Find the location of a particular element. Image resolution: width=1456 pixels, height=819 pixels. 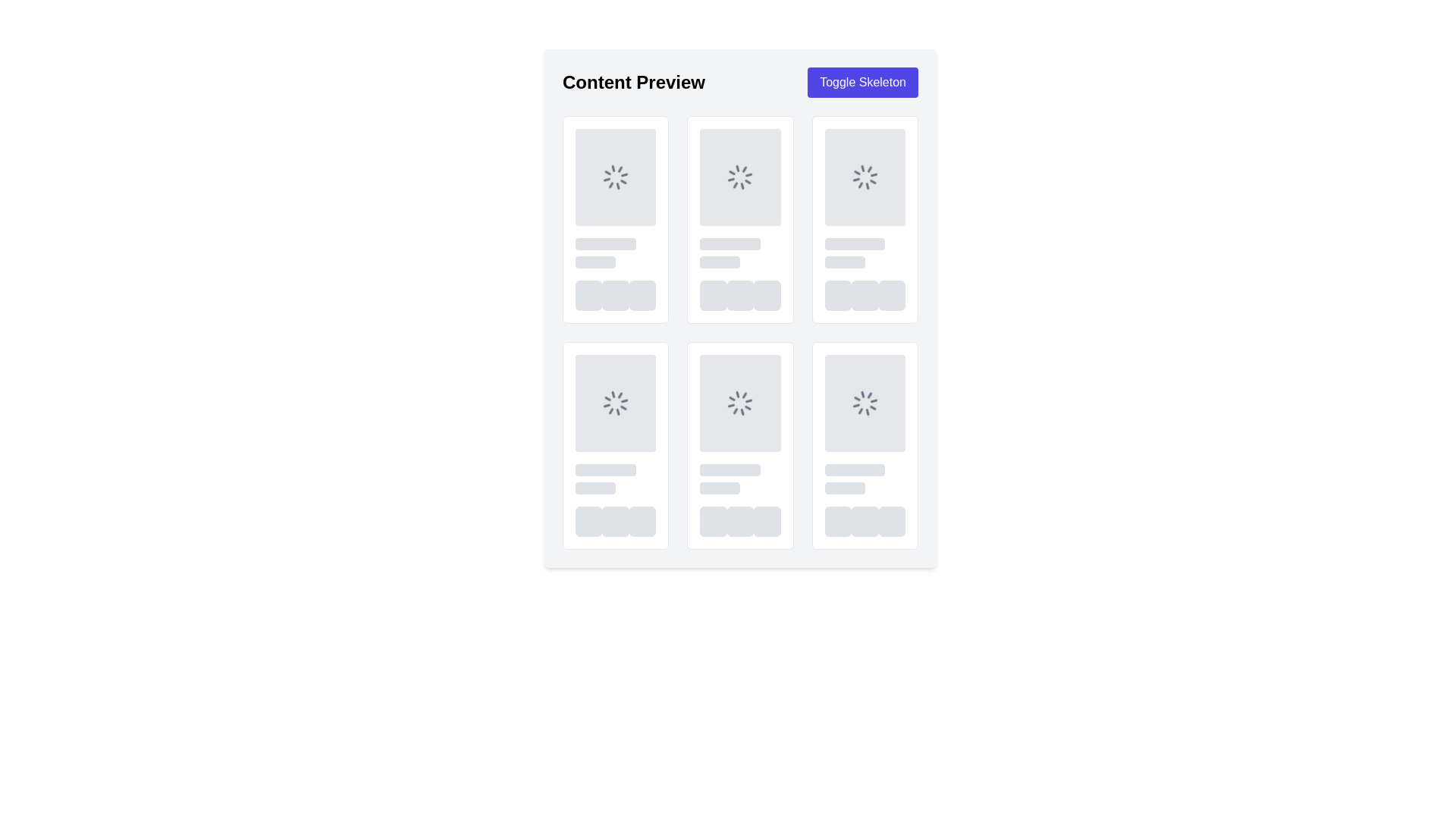

the first loading placeholder element in the row of three skeleton elements within the 'Content Preview' section is located at coordinates (588, 295).